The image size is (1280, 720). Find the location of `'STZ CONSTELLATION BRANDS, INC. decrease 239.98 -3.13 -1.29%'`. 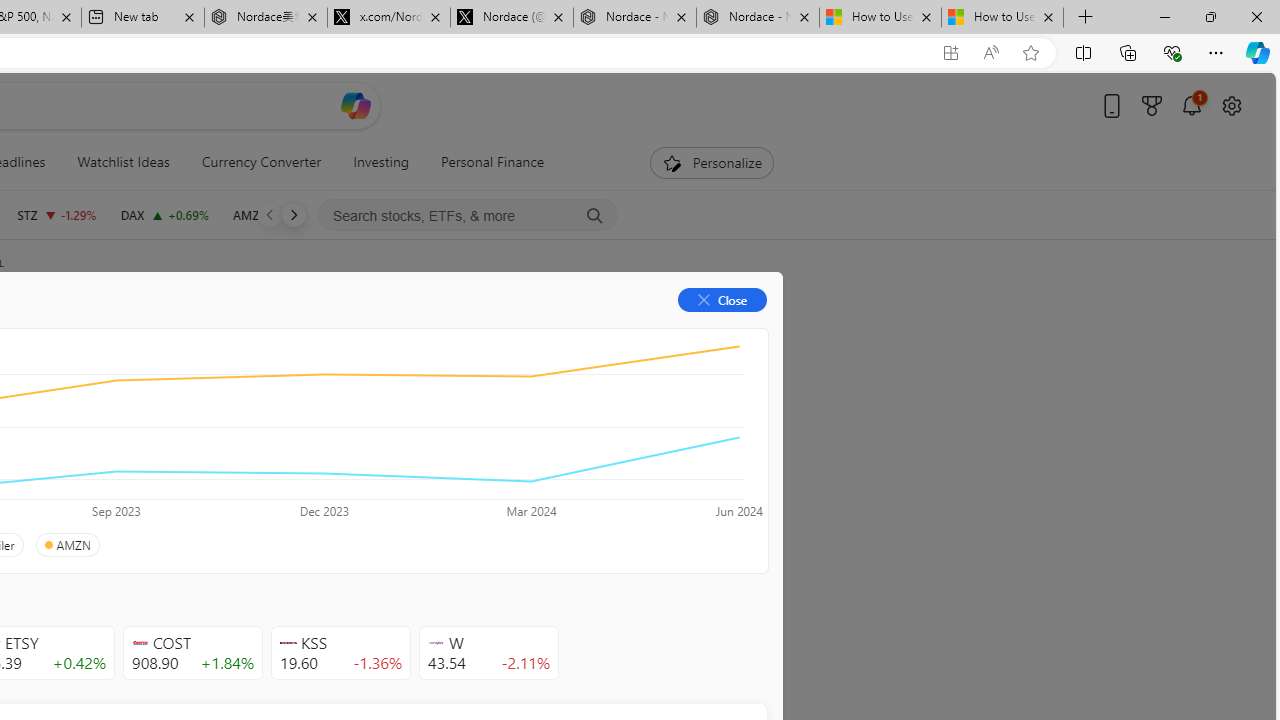

'STZ CONSTELLATION BRANDS, INC. decrease 239.98 -3.13 -1.29%' is located at coordinates (56, 214).